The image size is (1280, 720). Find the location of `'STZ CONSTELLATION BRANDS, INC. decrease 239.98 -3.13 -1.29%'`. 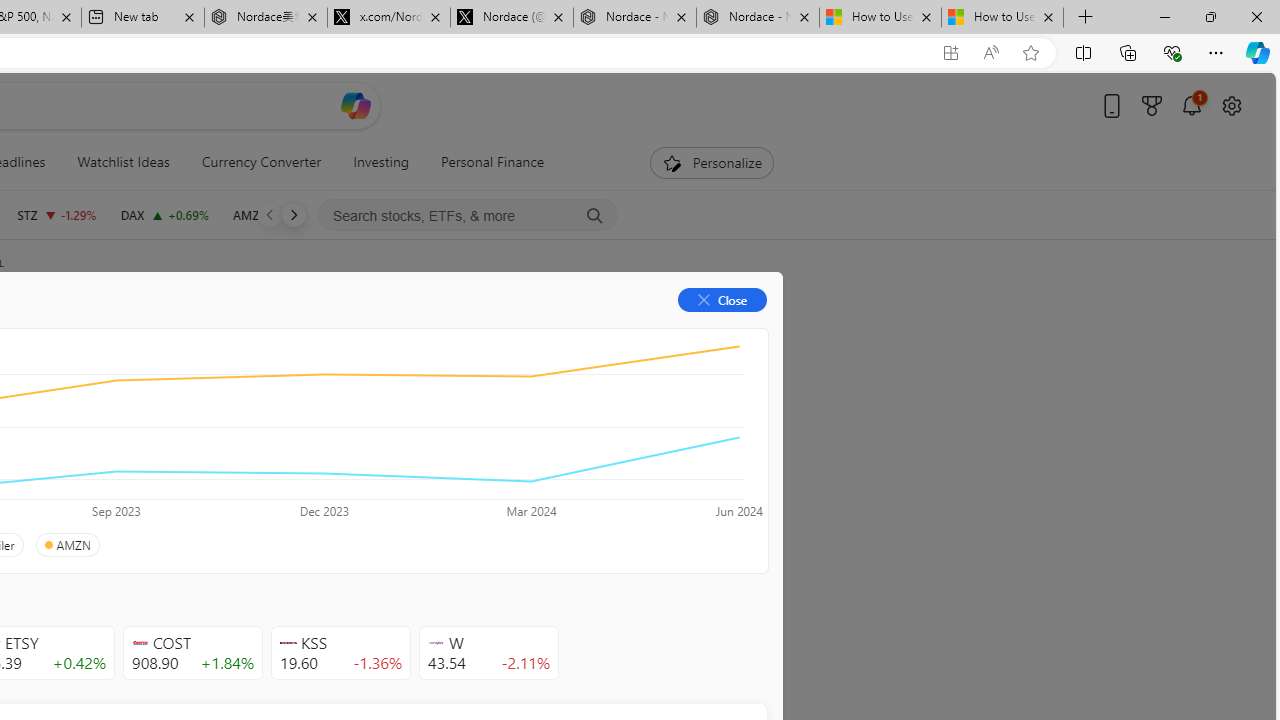

'STZ CONSTELLATION BRANDS, INC. decrease 239.98 -3.13 -1.29%' is located at coordinates (56, 214).